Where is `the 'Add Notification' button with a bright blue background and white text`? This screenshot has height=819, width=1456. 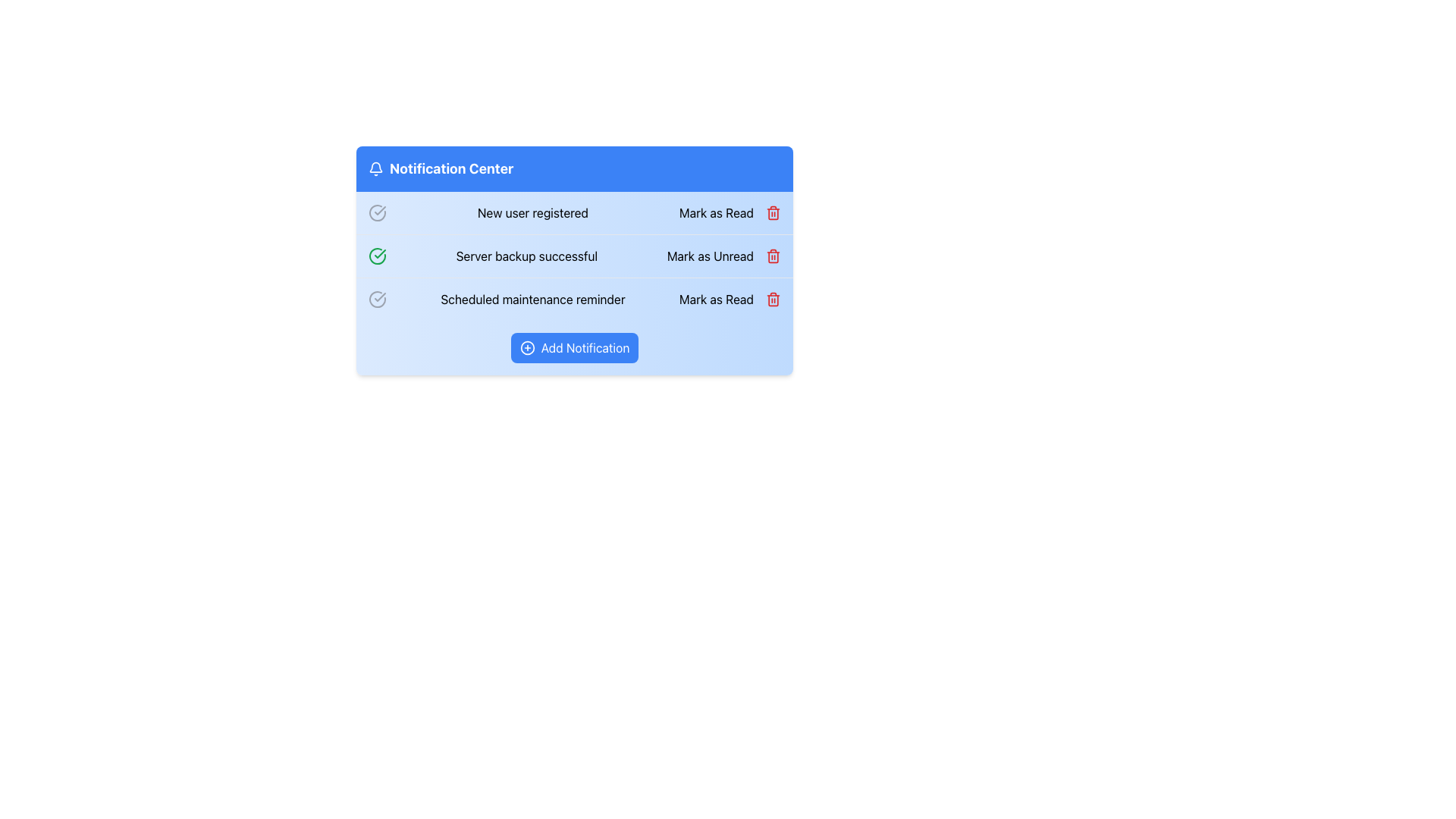
the 'Add Notification' button with a bright blue background and white text is located at coordinates (574, 348).